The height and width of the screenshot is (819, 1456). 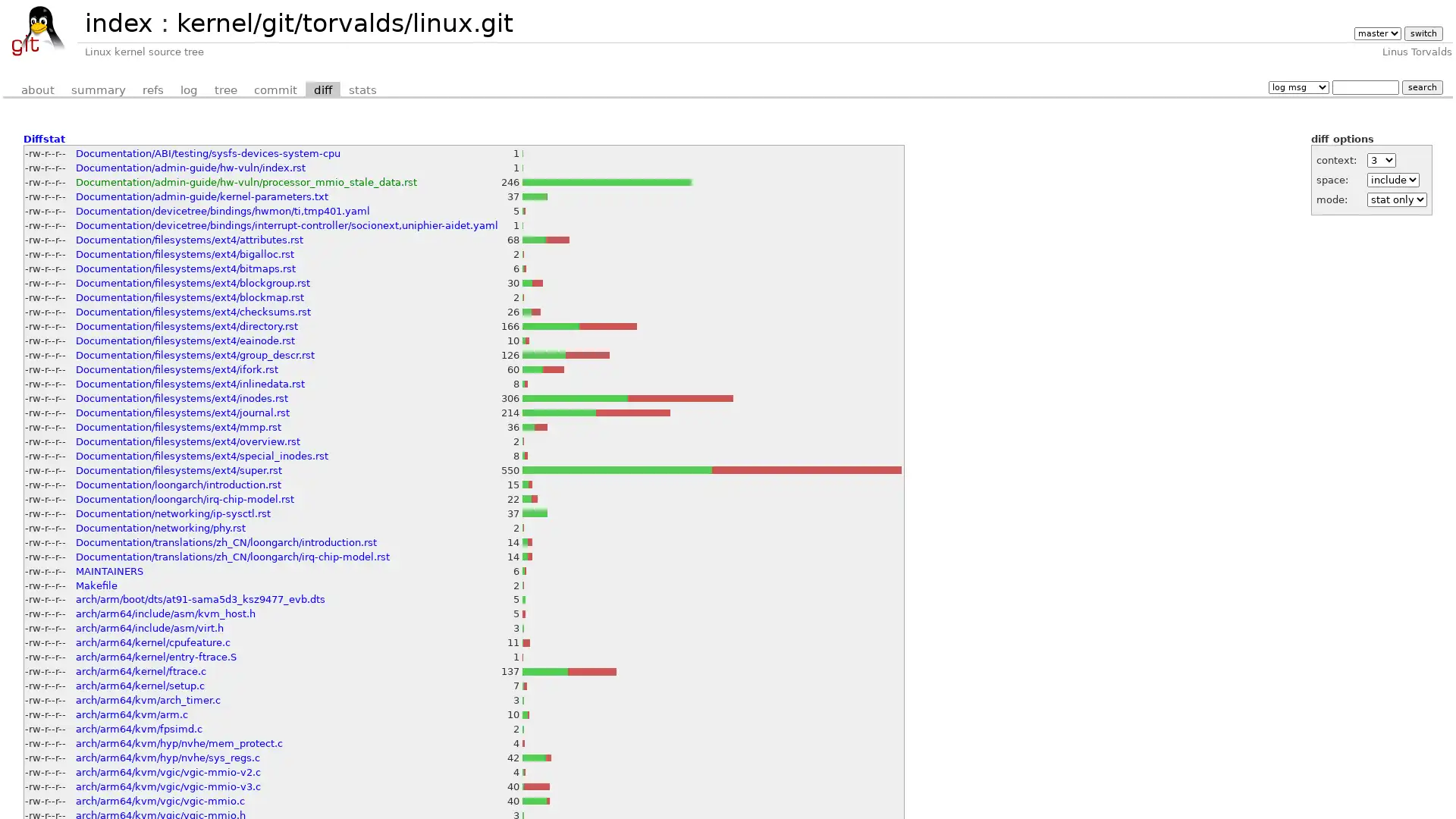 I want to click on search, so click(x=1421, y=86).